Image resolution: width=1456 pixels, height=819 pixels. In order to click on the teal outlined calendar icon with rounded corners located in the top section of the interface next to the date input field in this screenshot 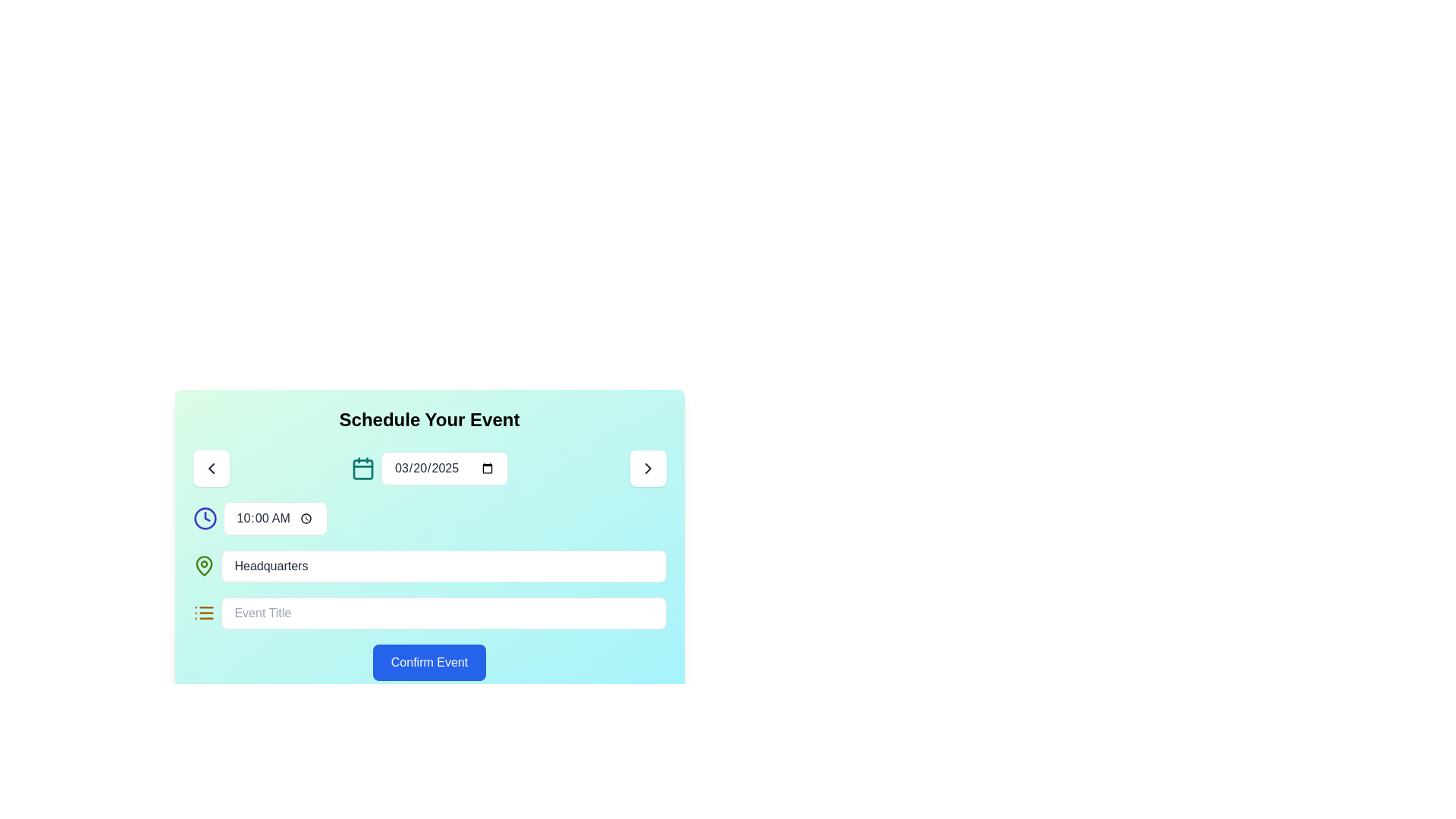, I will do `click(362, 467)`.